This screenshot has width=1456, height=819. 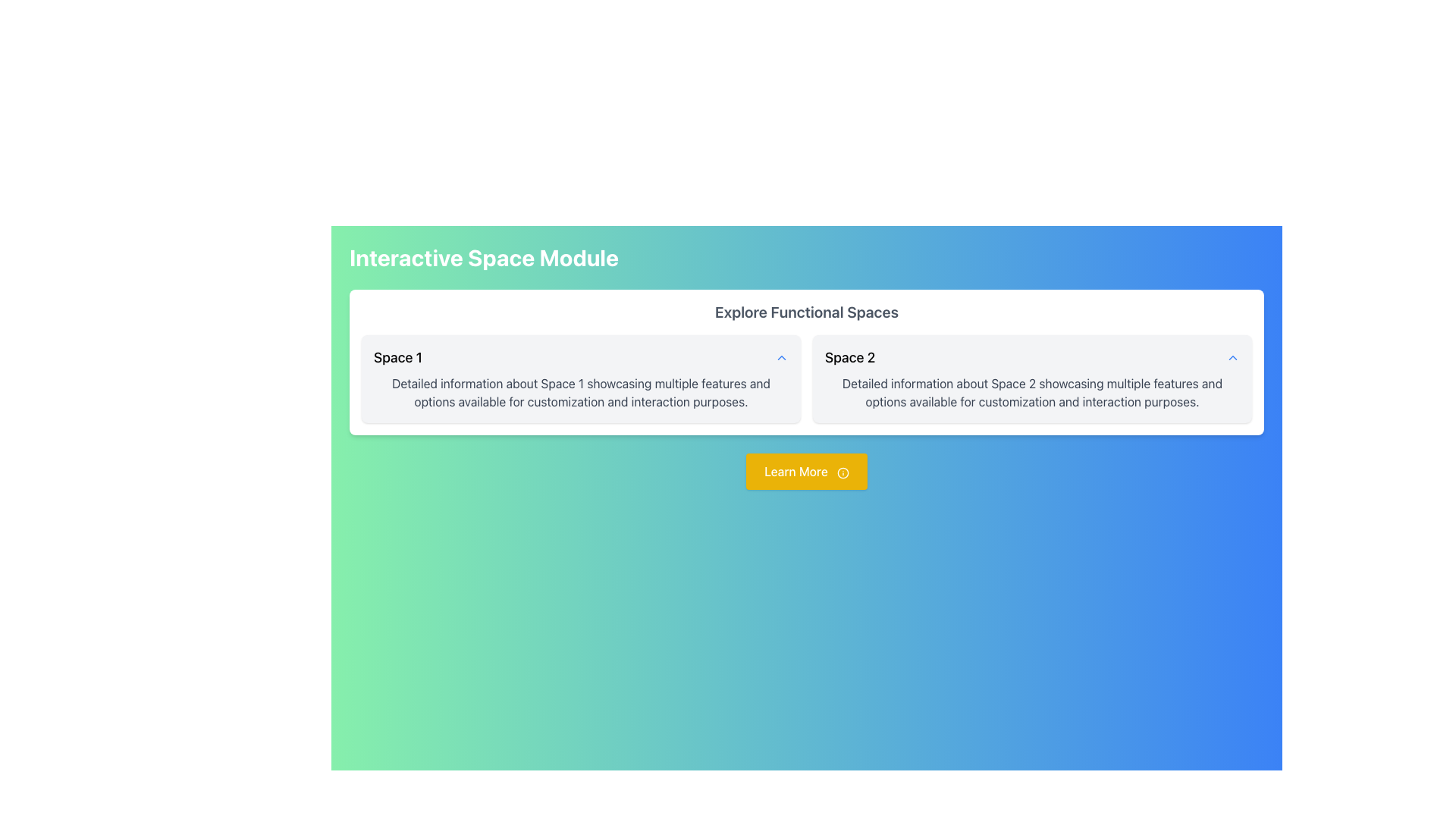 What do you see at coordinates (1031, 391) in the screenshot?
I see `text block describing 'Detailed information about Space 2 showcasing multiple features and options available for customization and interaction purposes.' located under the title 'Space 2' in the 'Explore Functional Spaces' section` at bounding box center [1031, 391].